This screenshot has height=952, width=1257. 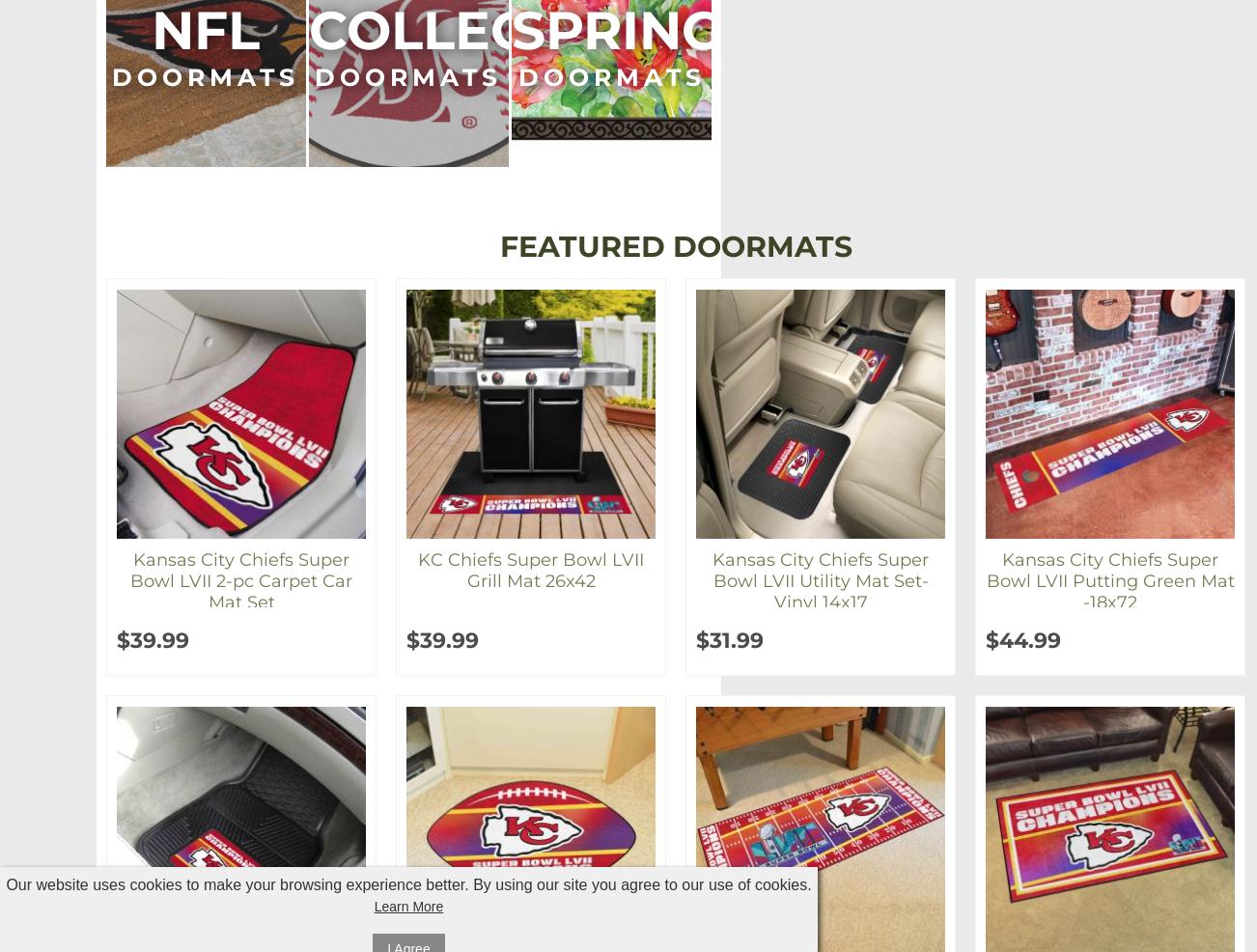 I want to click on 'Kansas City Chiefs Super Bowl LVII 2-pc Carpet Car Mat Set', so click(x=240, y=580).